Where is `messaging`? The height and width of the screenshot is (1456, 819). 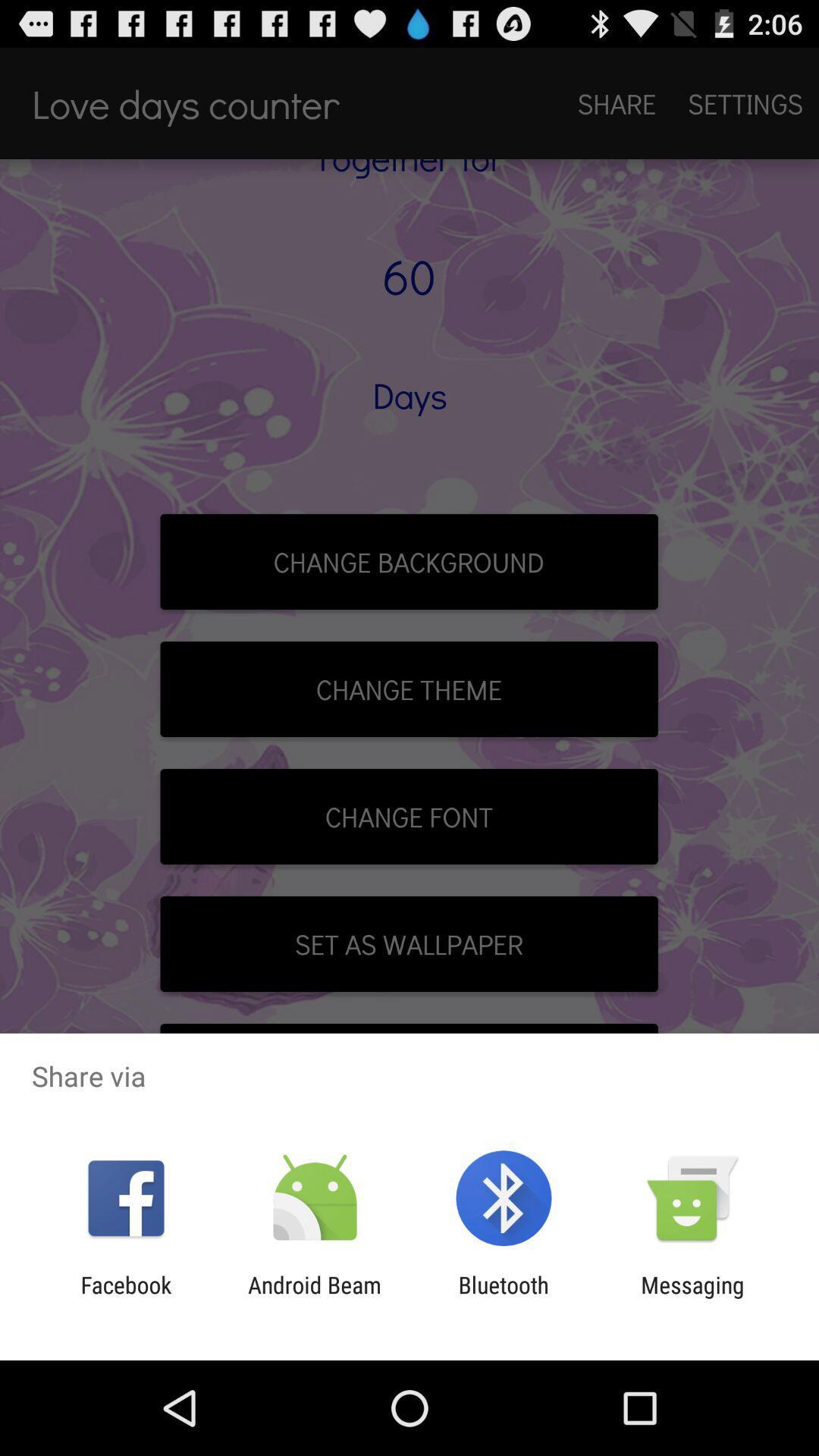
messaging is located at coordinates (692, 1298).